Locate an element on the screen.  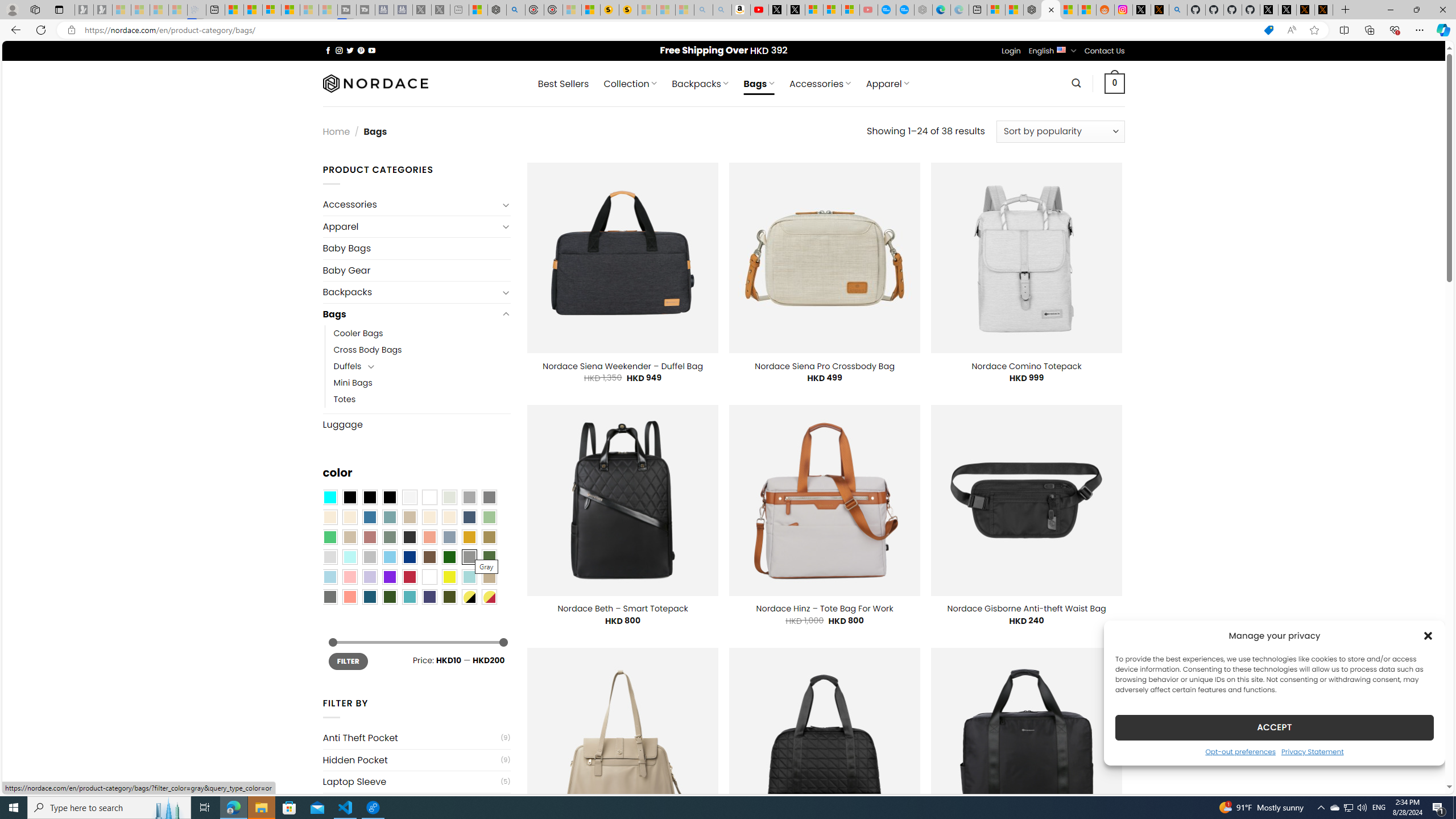
'Blue Sage' is located at coordinates (389, 517).